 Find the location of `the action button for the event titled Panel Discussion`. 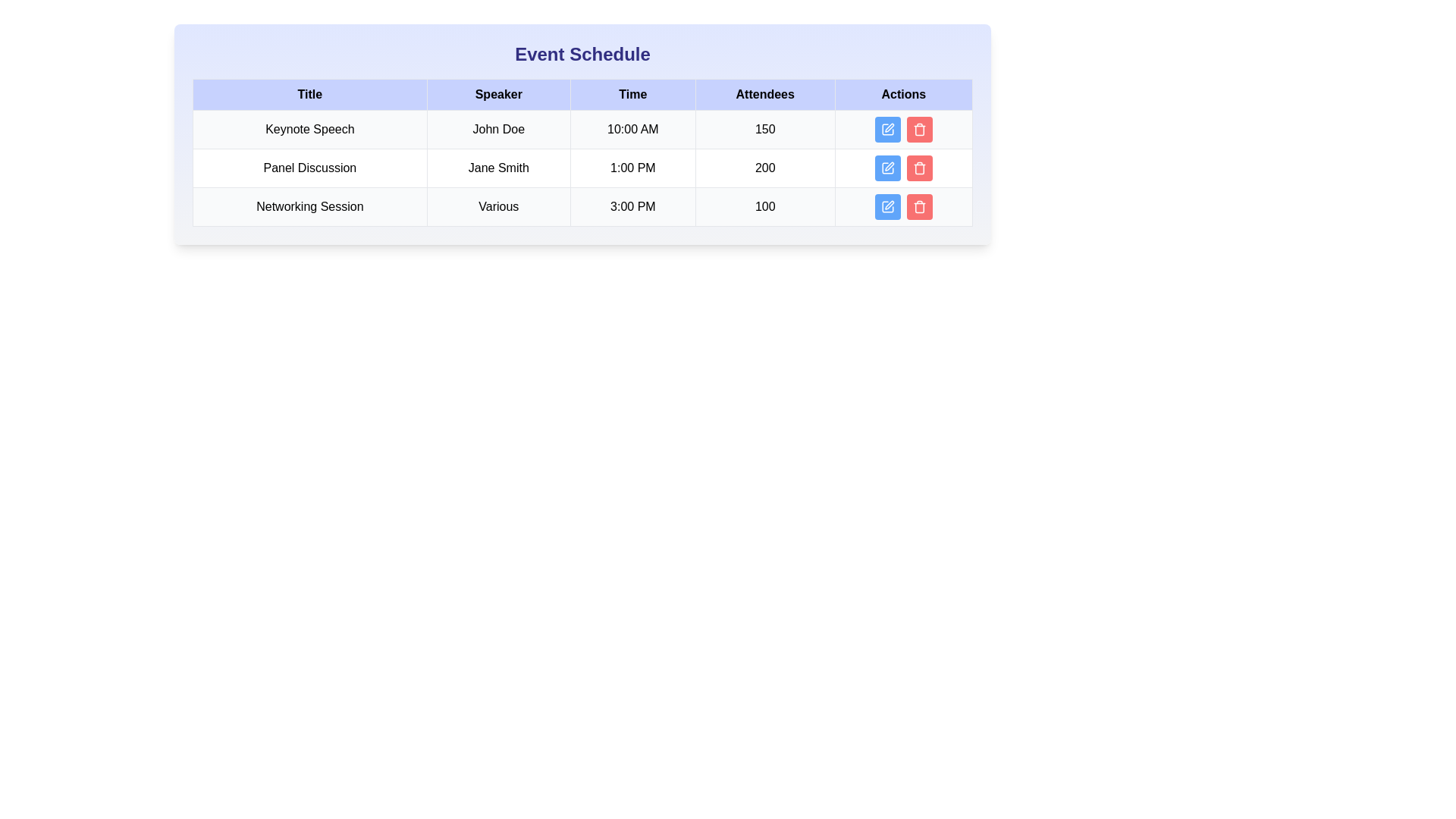

the action button for the event titled Panel Discussion is located at coordinates (887, 168).